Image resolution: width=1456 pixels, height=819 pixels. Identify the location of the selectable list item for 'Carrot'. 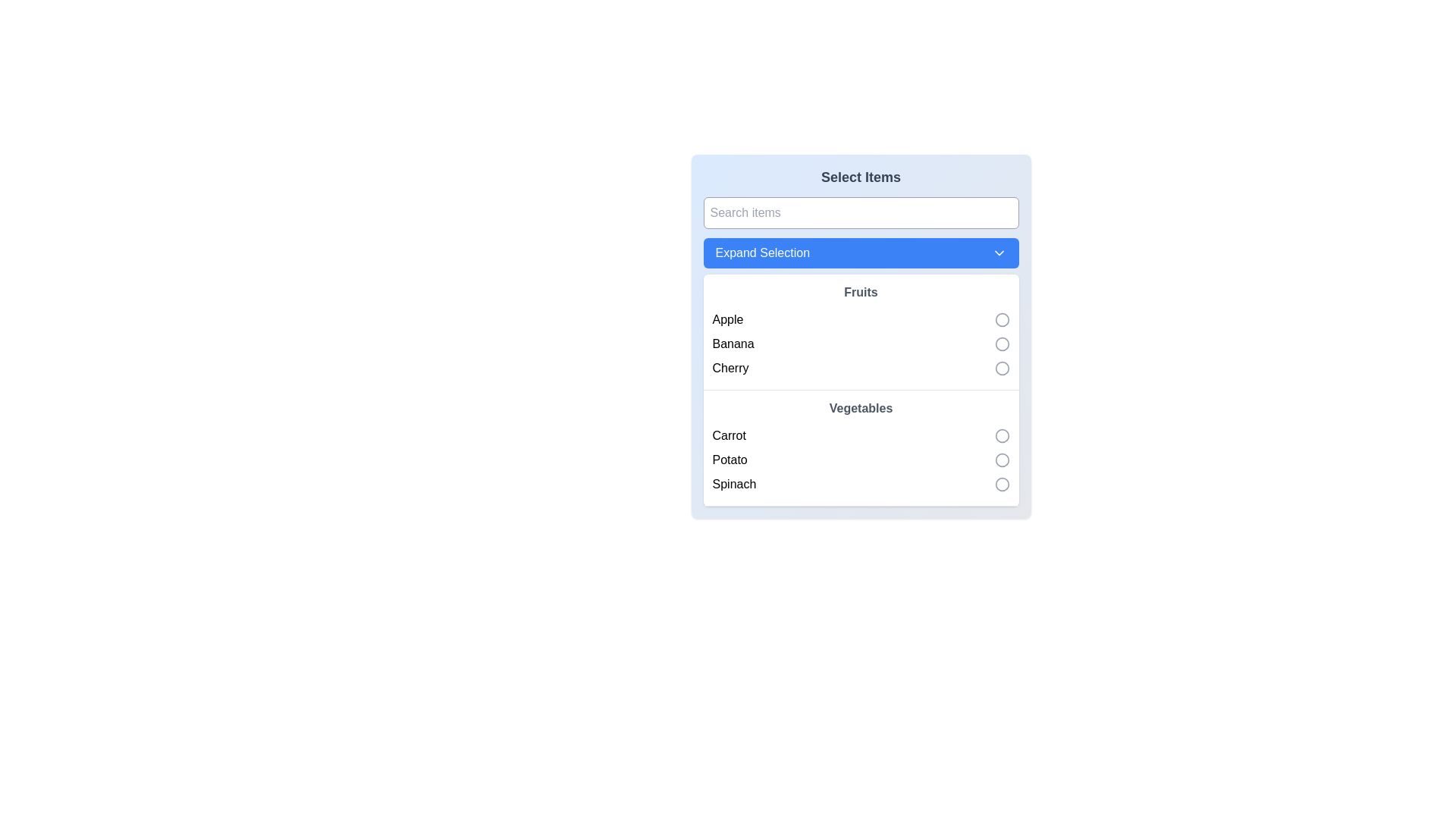
(861, 435).